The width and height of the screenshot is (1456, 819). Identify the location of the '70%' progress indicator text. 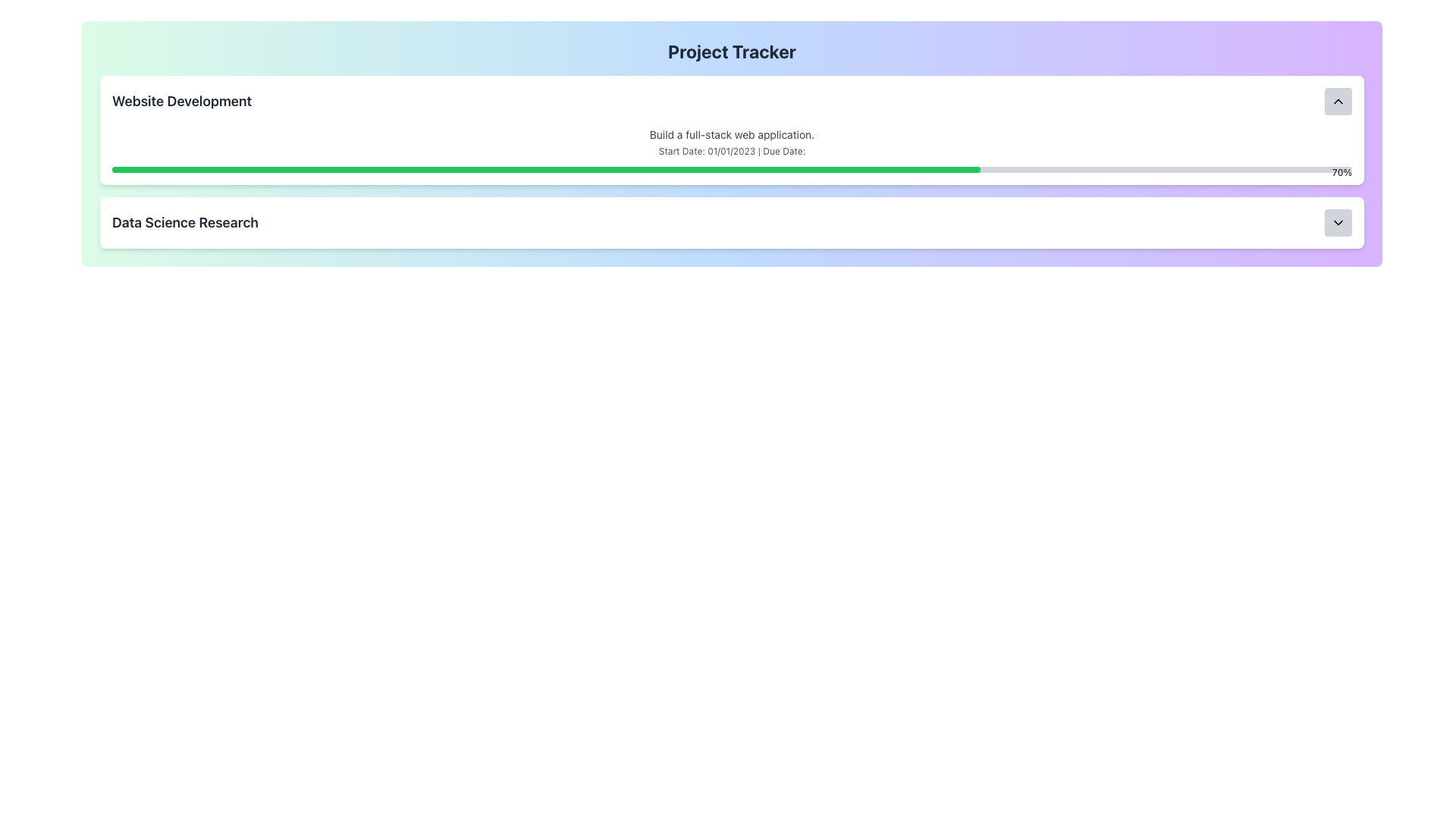
(1341, 171).